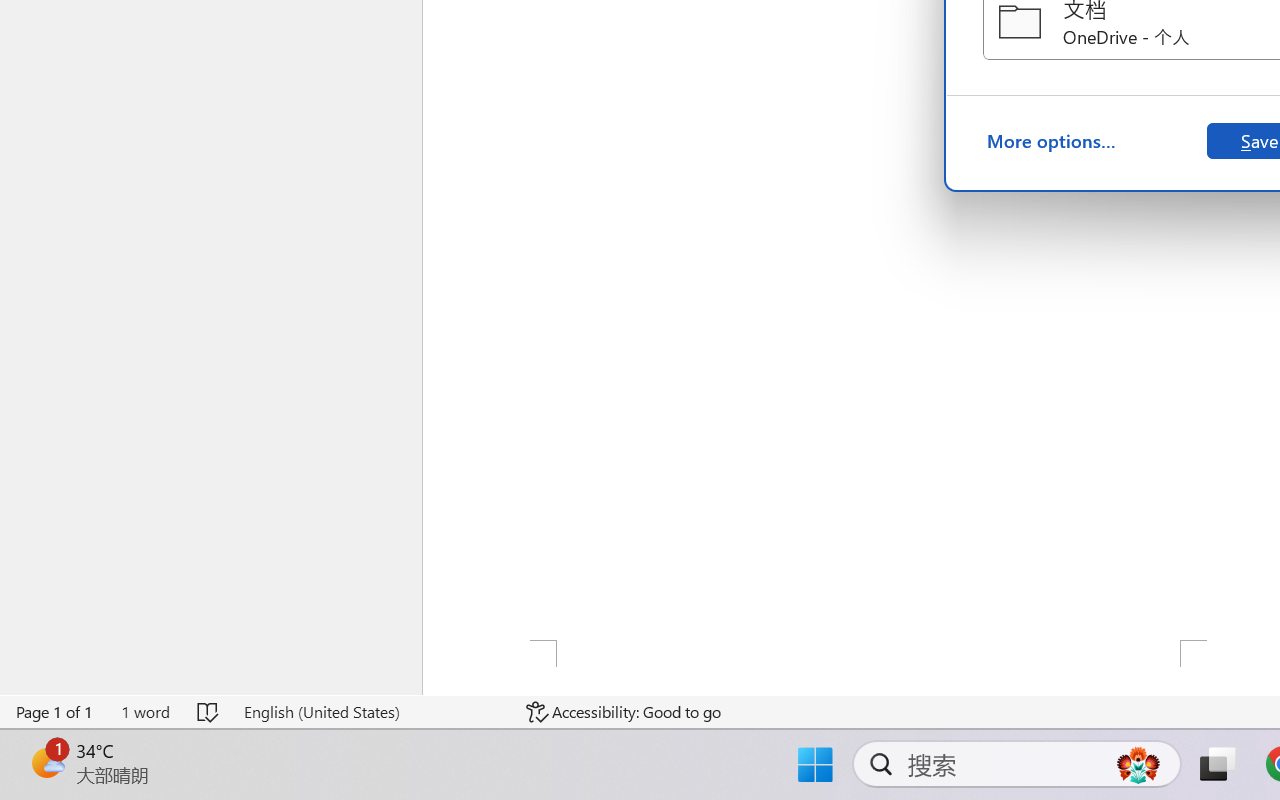 The width and height of the screenshot is (1280, 800). What do you see at coordinates (371, 711) in the screenshot?
I see `'Language English (United States)'` at bounding box center [371, 711].